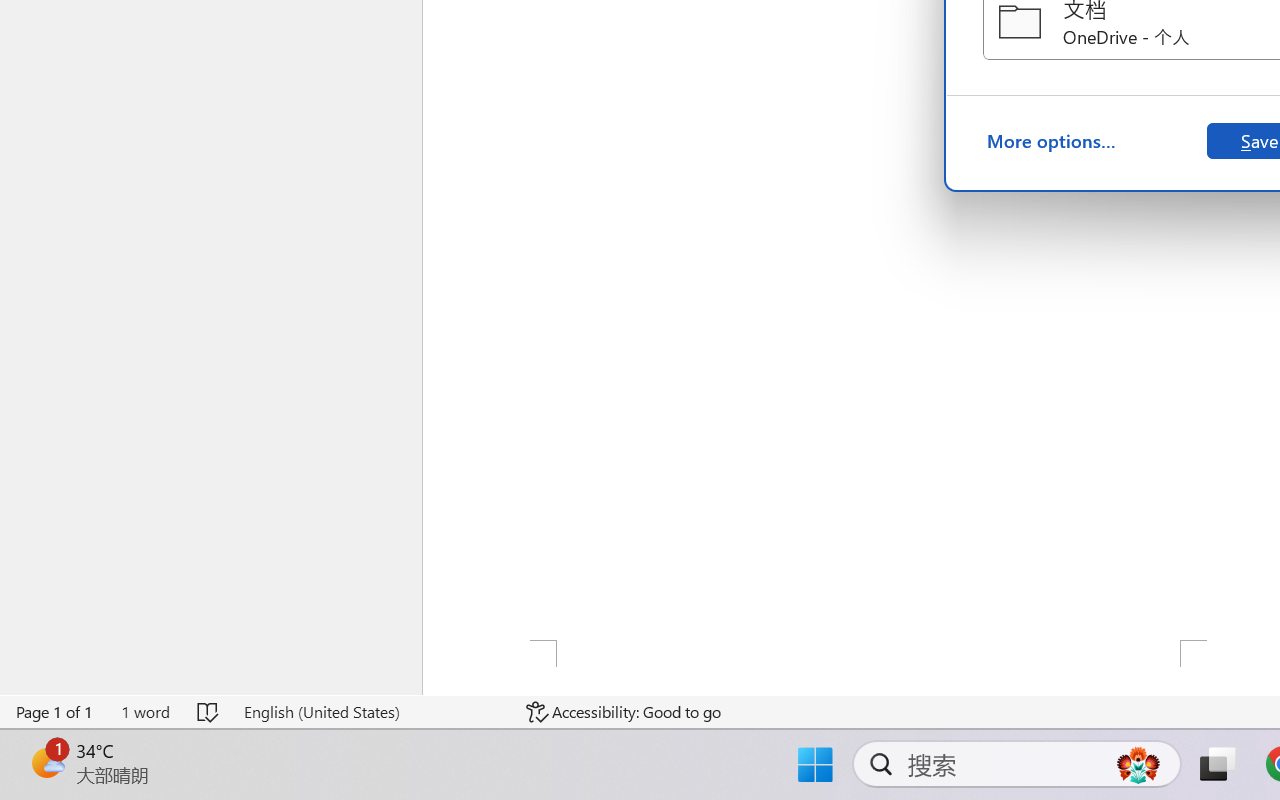 The width and height of the screenshot is (1280, 800). What do you see at coordinates (371, 711) in the screenshot?
I see `'Language English (United States)'` at bounding box center [371, 711].